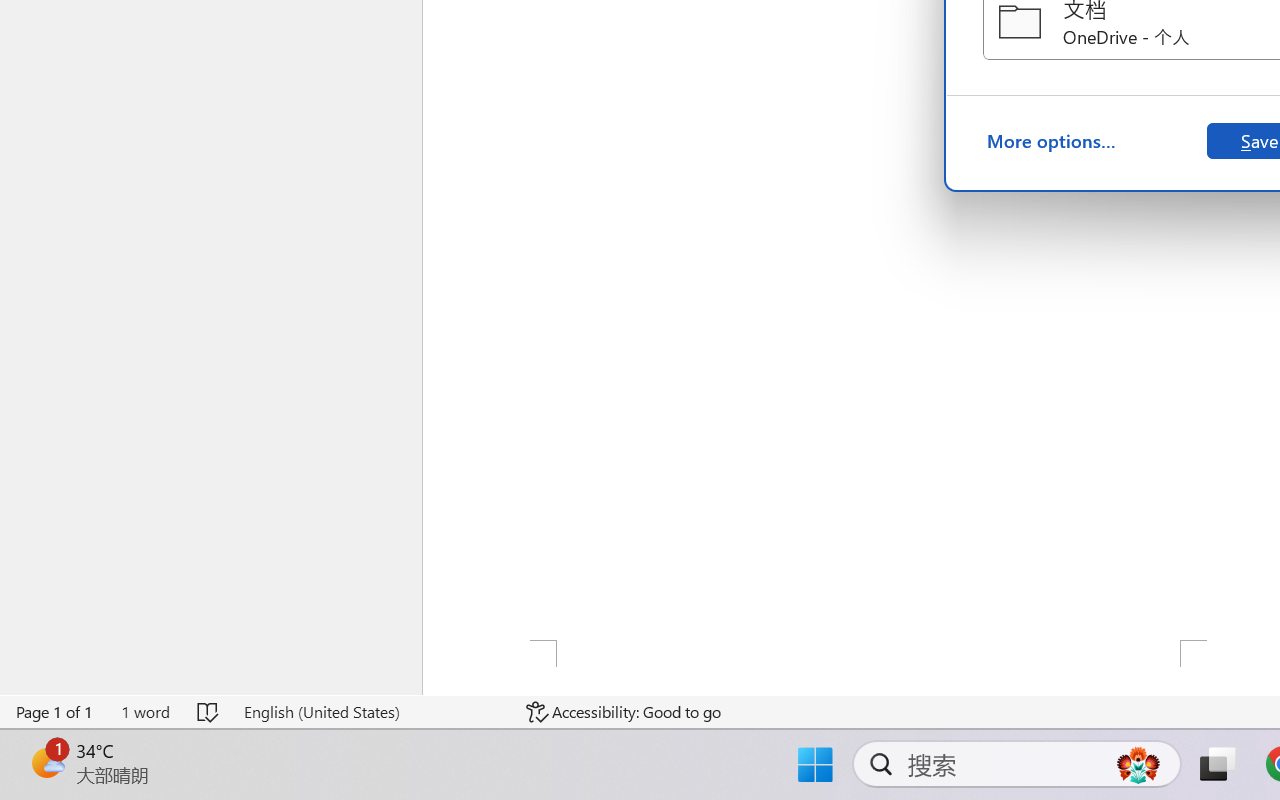 The width and height of the screenshot is (1280, 800). What do you see at coordinates (371, 711) in the screenshot?
I see `'Language English (United States)'` at bounding box center [371, 711].